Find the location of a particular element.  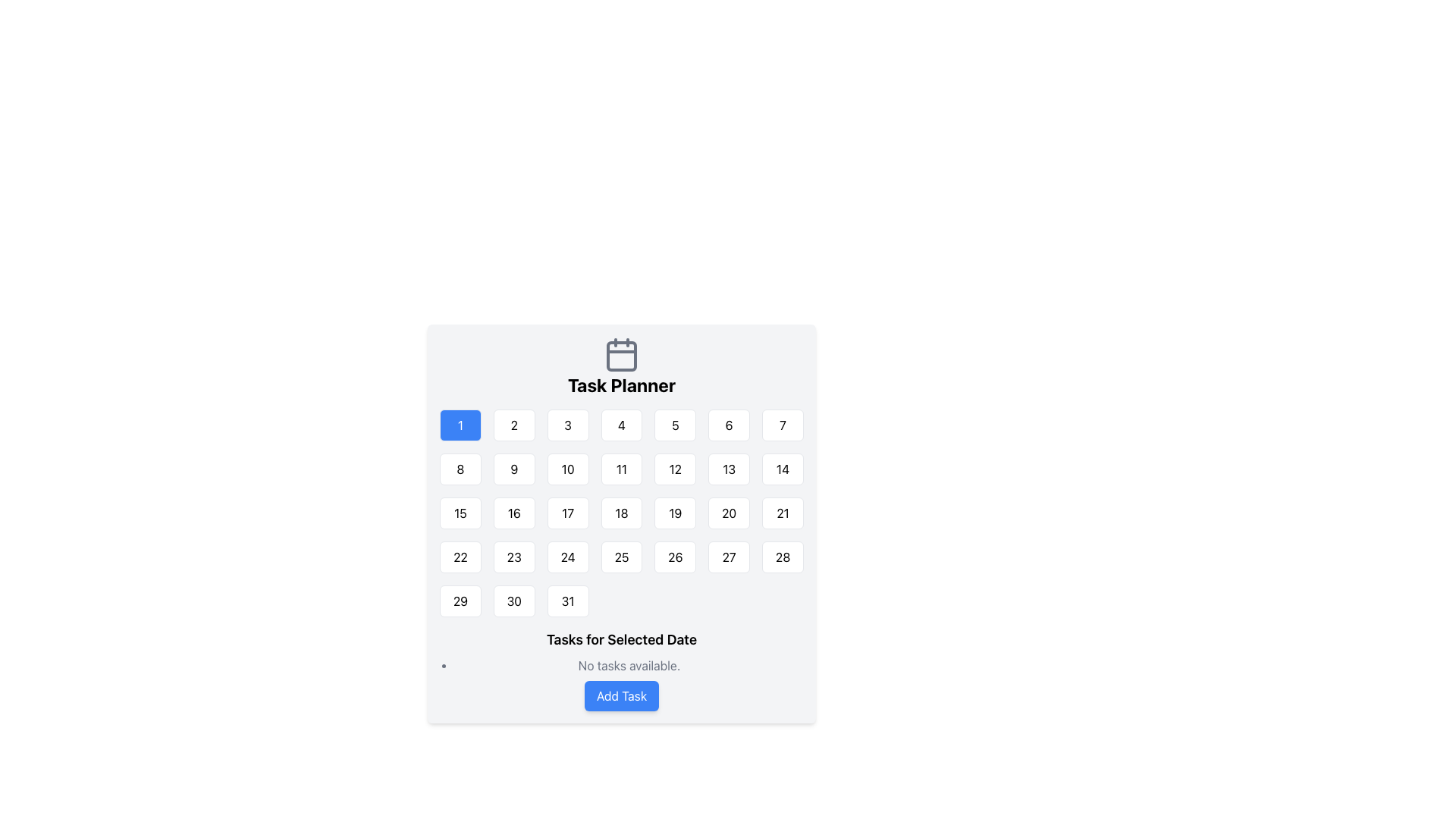

the rectangular button with the number '28' in the Task Planner calendar grid, located in the seventh row and seventh column is located at coordinates (783, 557).